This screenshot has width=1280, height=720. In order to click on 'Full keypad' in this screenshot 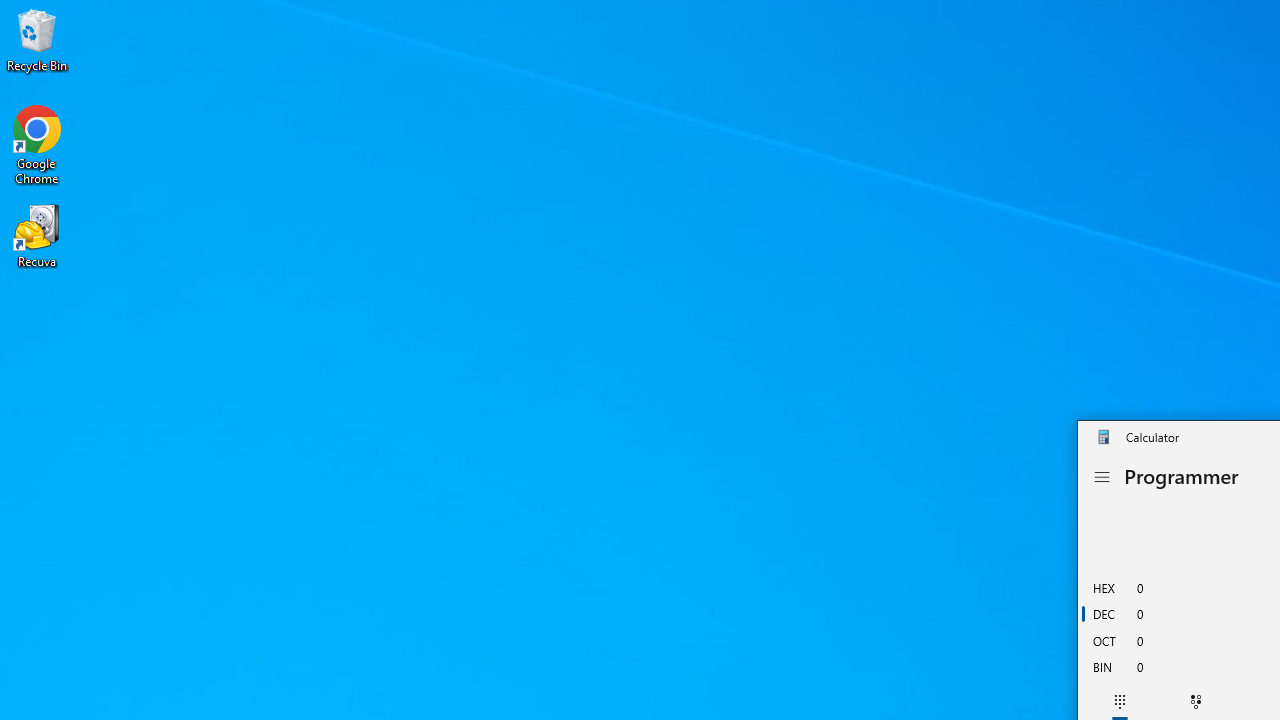, I will do `click(1118, 701)`.